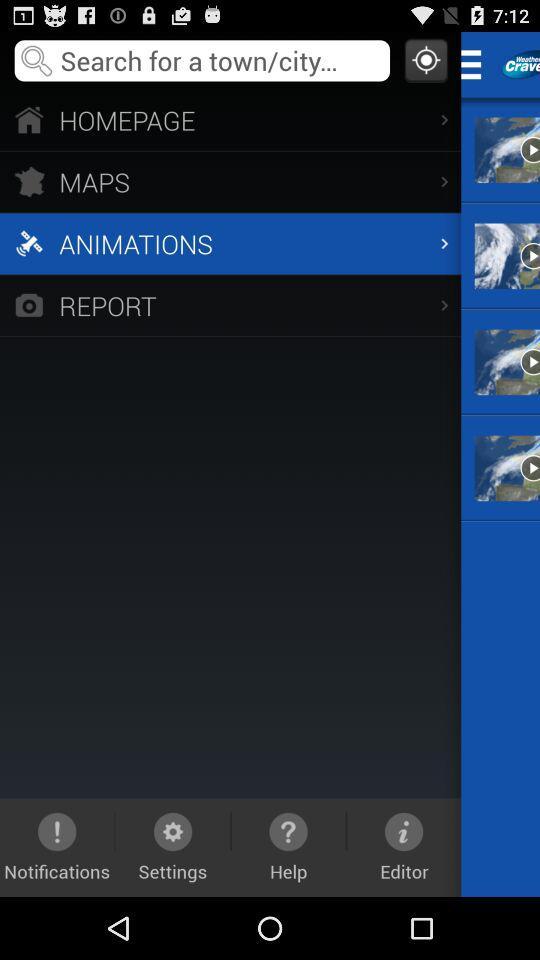  I want to click on the animations icon, so click(229, 242).